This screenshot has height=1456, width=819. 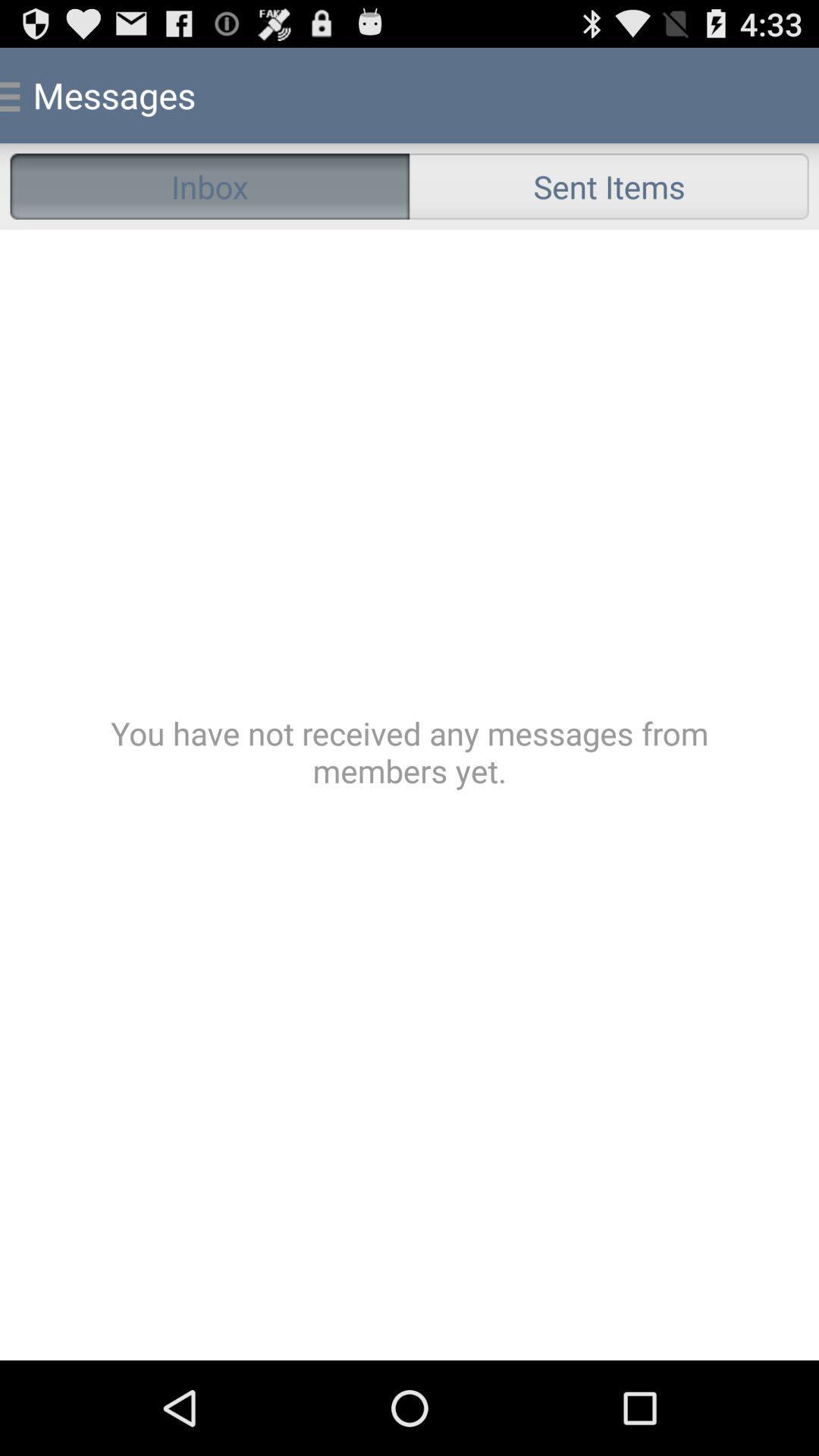 What do you see at coordinates (209, 185) in the screenshot?
I see `the icon below the messages app` at bounding box center [209, 185].